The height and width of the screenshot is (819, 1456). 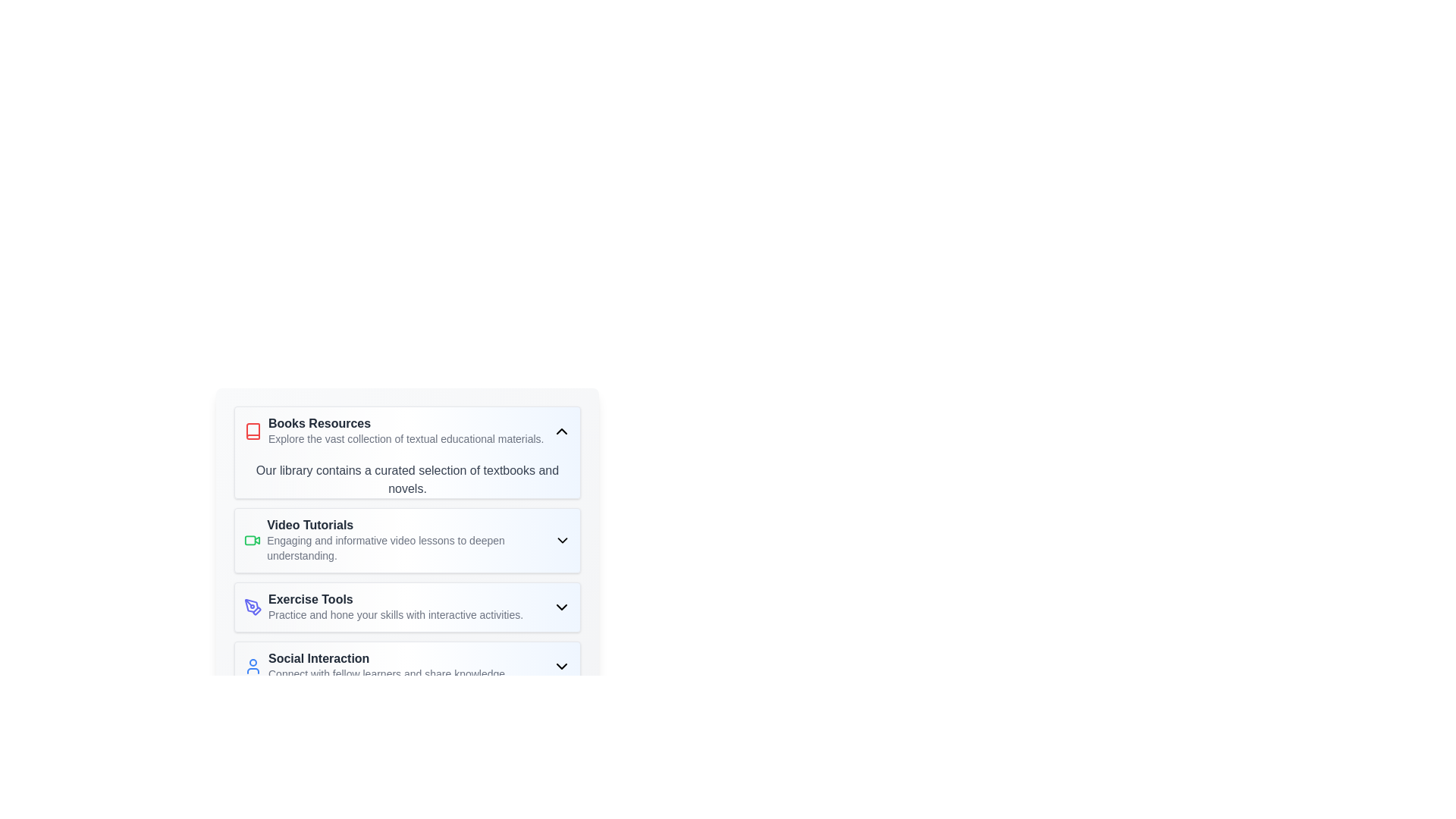 I want to click on the icon that symbolizes books or educational materials, which is the leftmost element in a row aligned with the heading 'Books Resources.', so click(x=253, y=431).